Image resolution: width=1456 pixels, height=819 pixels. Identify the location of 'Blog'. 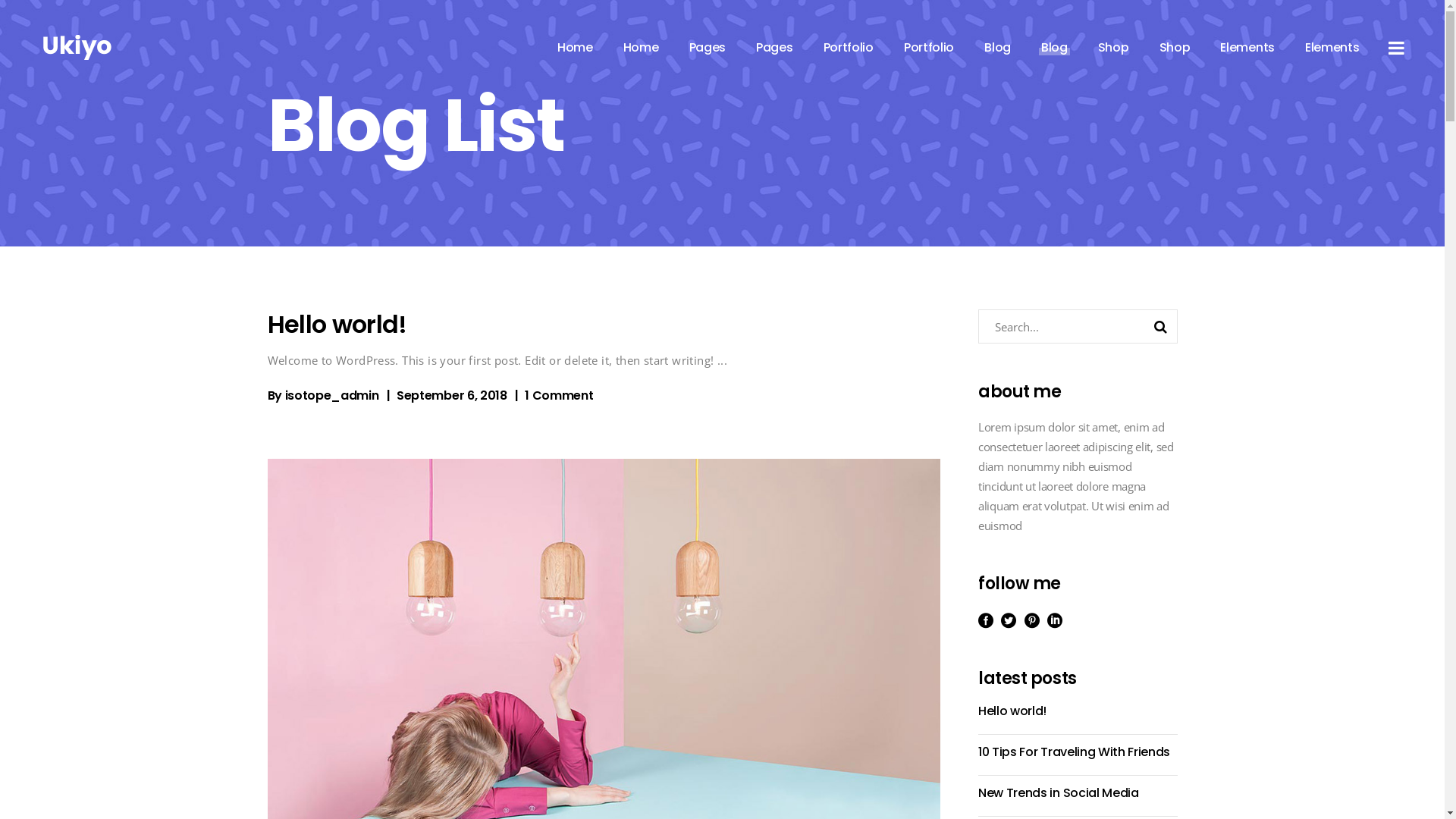
(997, 46).